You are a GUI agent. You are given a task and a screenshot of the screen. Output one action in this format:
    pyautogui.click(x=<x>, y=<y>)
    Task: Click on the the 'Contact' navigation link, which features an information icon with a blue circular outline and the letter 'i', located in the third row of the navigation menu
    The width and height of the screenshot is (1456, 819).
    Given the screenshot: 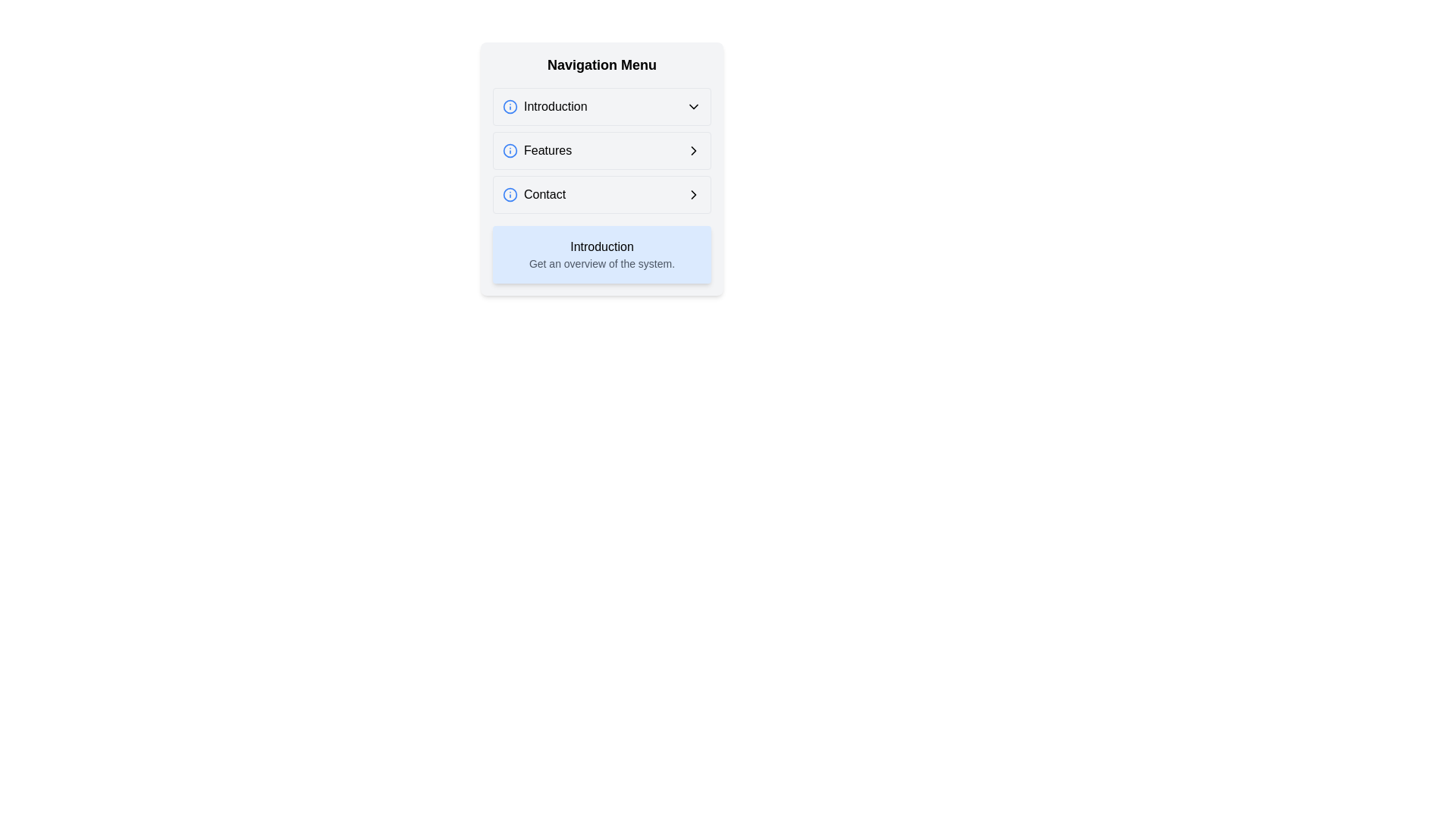 What is the action you would take?
    pyautogui.click(x=534, y=194)
    